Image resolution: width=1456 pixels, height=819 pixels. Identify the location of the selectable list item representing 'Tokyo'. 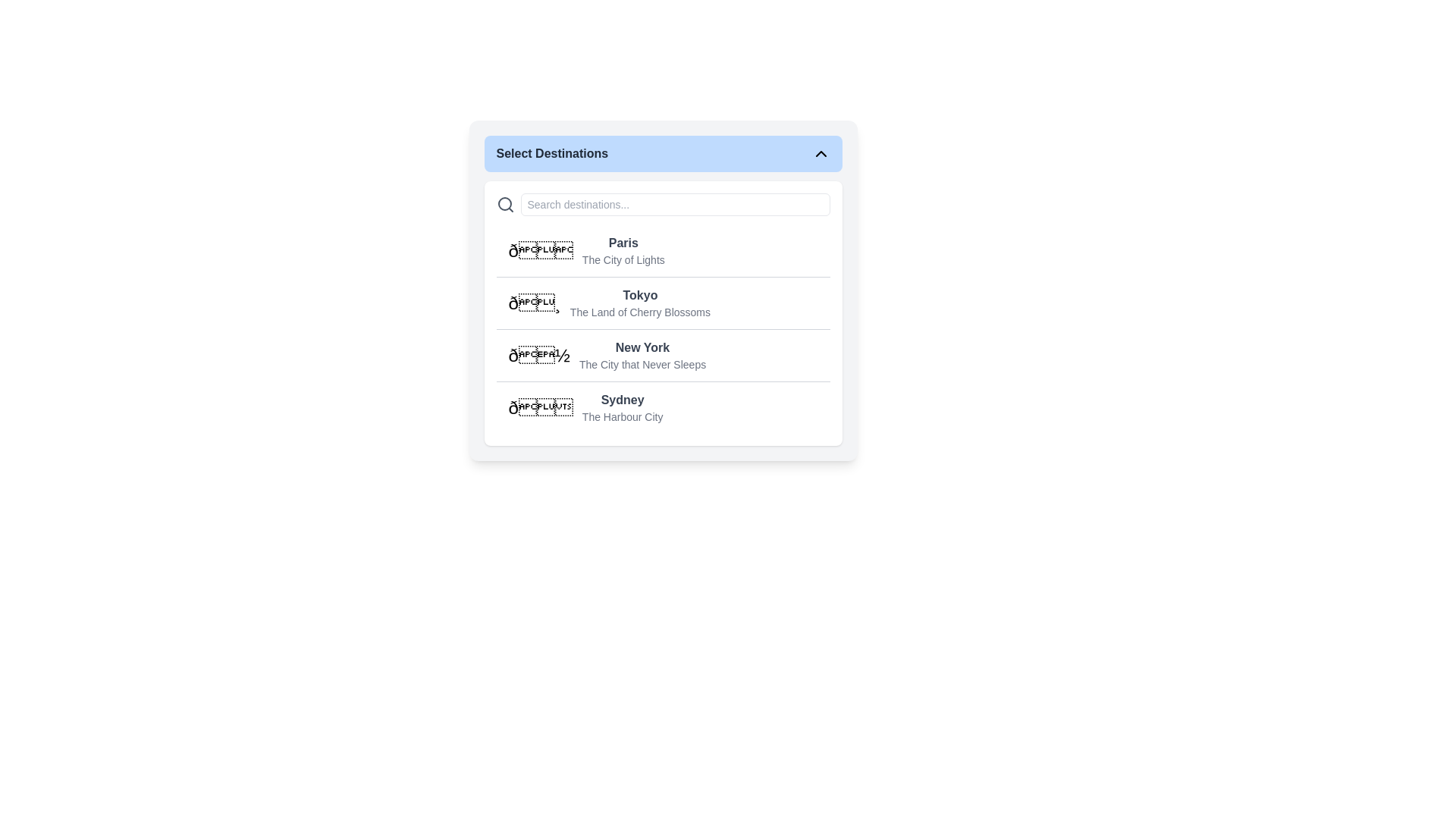
(609, 303).